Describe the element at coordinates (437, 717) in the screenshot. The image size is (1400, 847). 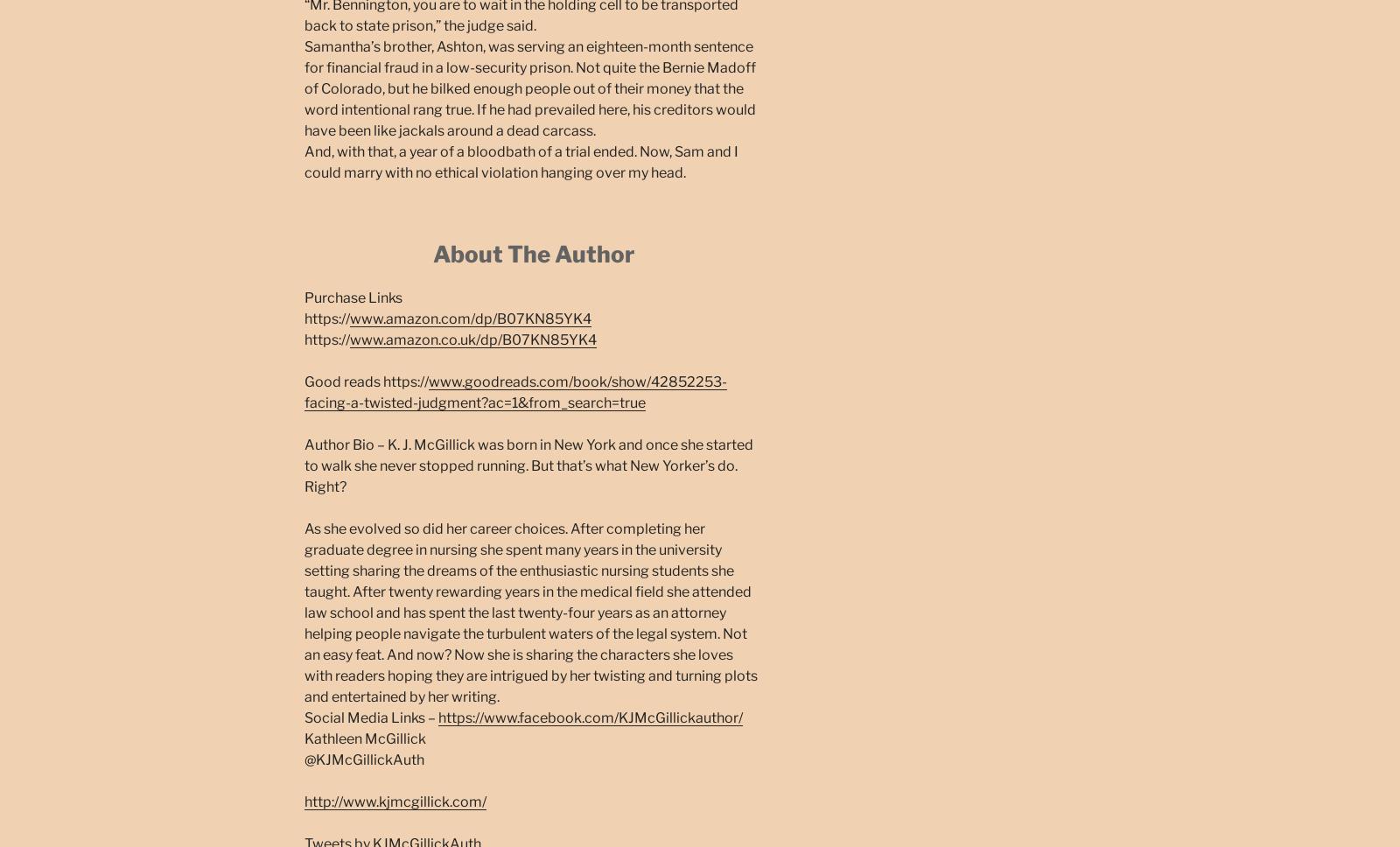
I see `'https://www.facebook.com/KJMcGillickauthor/'` at that location.